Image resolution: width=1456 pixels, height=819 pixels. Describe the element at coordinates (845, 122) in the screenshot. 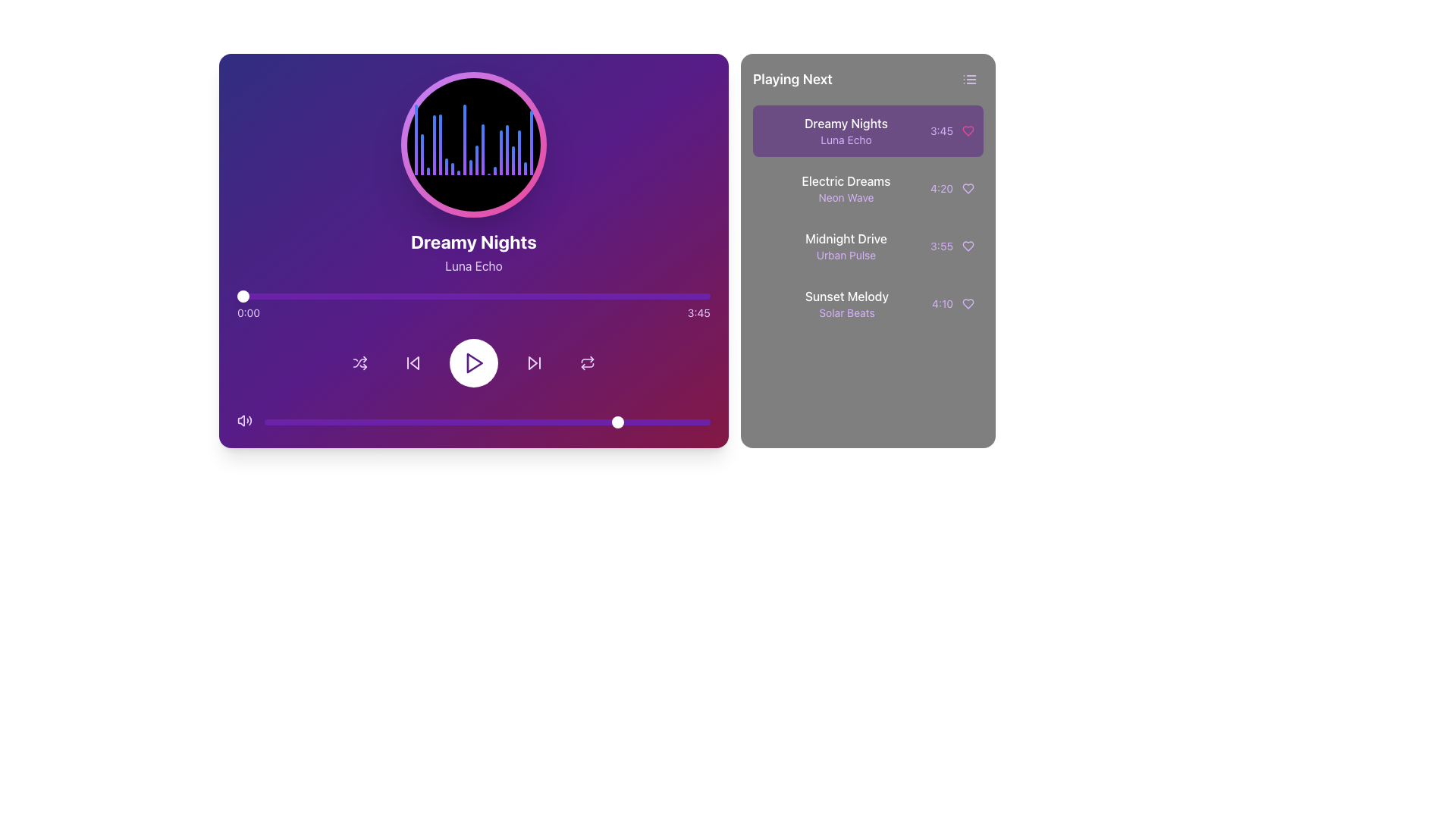

I see `the text label displaying the title of the currently selected song in the 'Playing Next' section, located above the 'Luna Echo' text` at that location.